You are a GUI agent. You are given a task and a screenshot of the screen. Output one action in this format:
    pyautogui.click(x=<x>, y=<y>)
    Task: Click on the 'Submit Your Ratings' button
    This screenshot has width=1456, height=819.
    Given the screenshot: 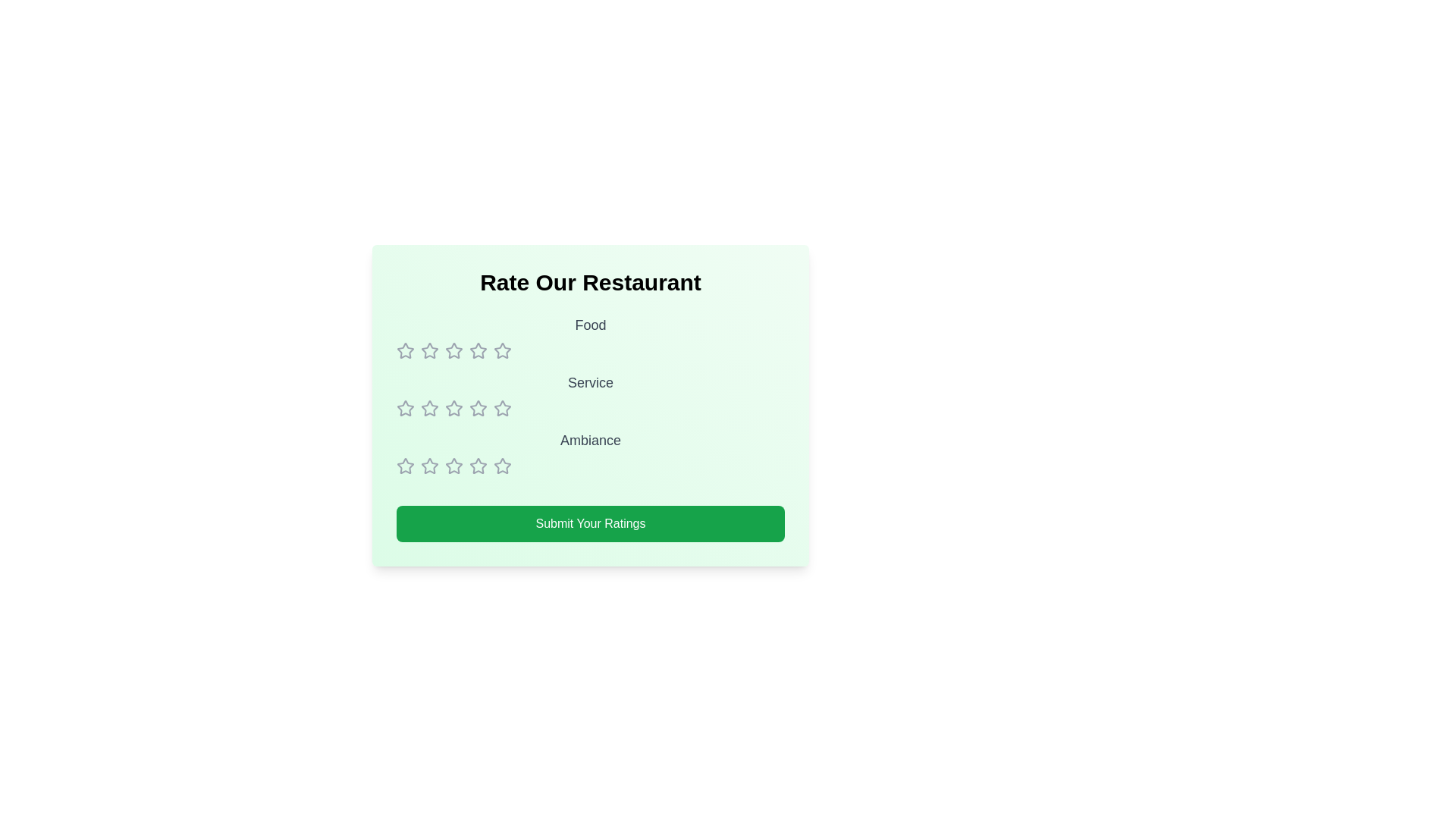 What is the action you would take?
    pyautogui.click(x=589, y=522)
    